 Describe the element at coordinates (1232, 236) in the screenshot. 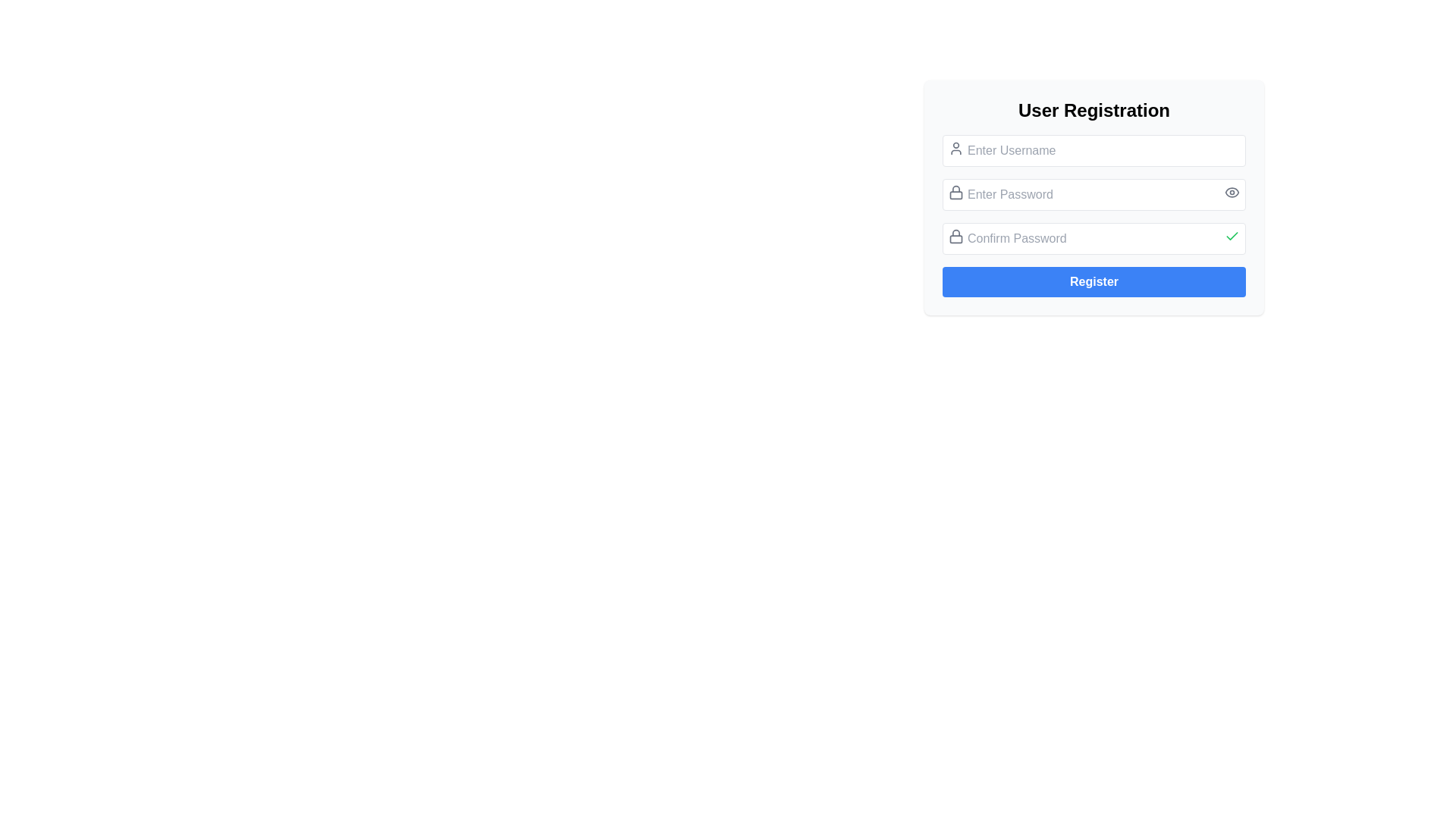

I see `the success confirmation icon located at the top-right corner of the 'Confirm Password' input field in the user registration card interface` at that location.